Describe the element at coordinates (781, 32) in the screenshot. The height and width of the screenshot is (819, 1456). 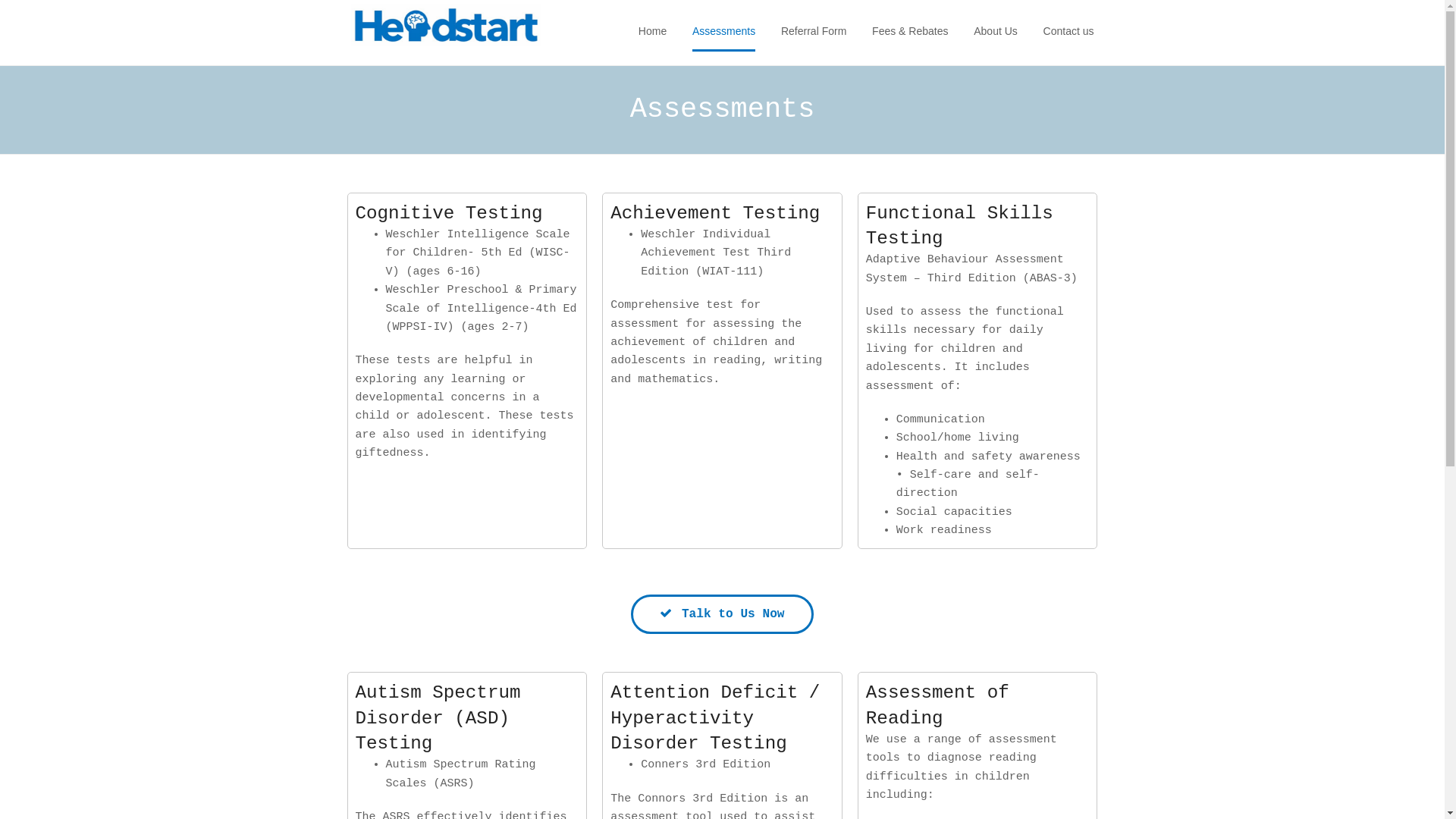
I see `'Referral Form'` at that location.